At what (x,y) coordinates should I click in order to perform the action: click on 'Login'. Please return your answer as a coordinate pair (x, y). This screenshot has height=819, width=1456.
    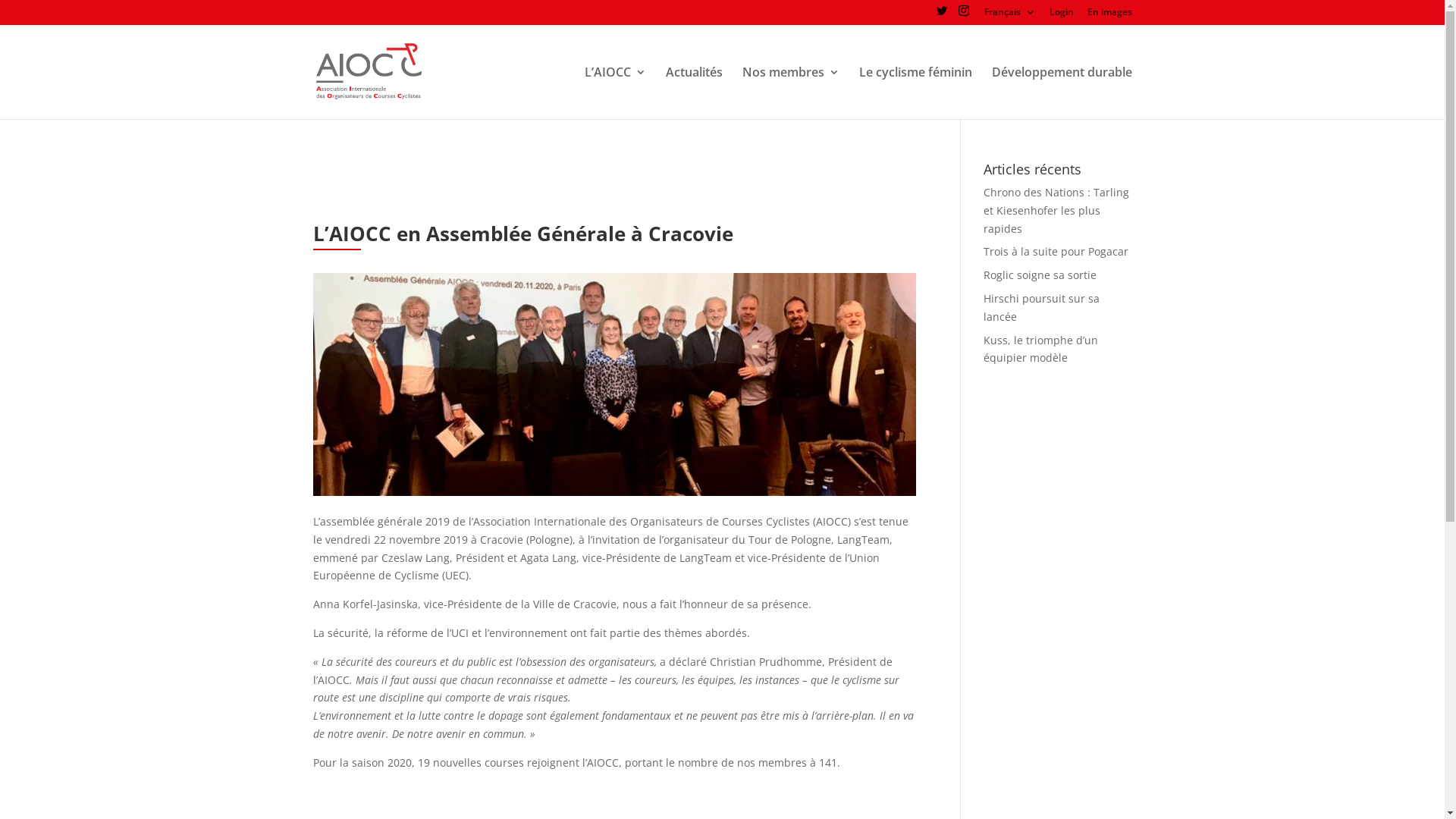
    Looking at the image, I should click on (1061, 15).